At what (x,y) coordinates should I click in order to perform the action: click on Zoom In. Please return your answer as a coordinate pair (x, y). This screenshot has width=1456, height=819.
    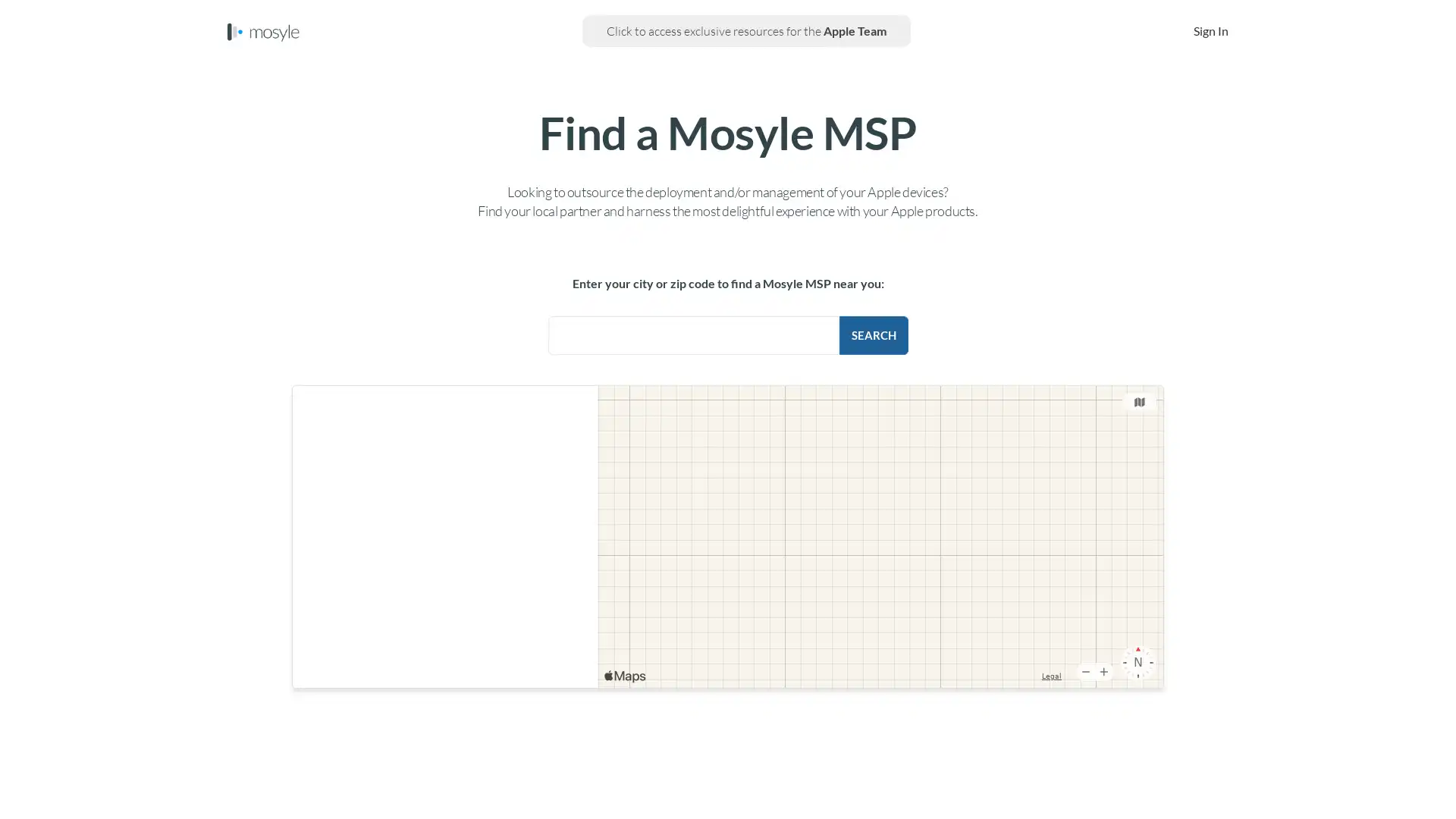
    Looking at the image, I should click on (1103, 671).